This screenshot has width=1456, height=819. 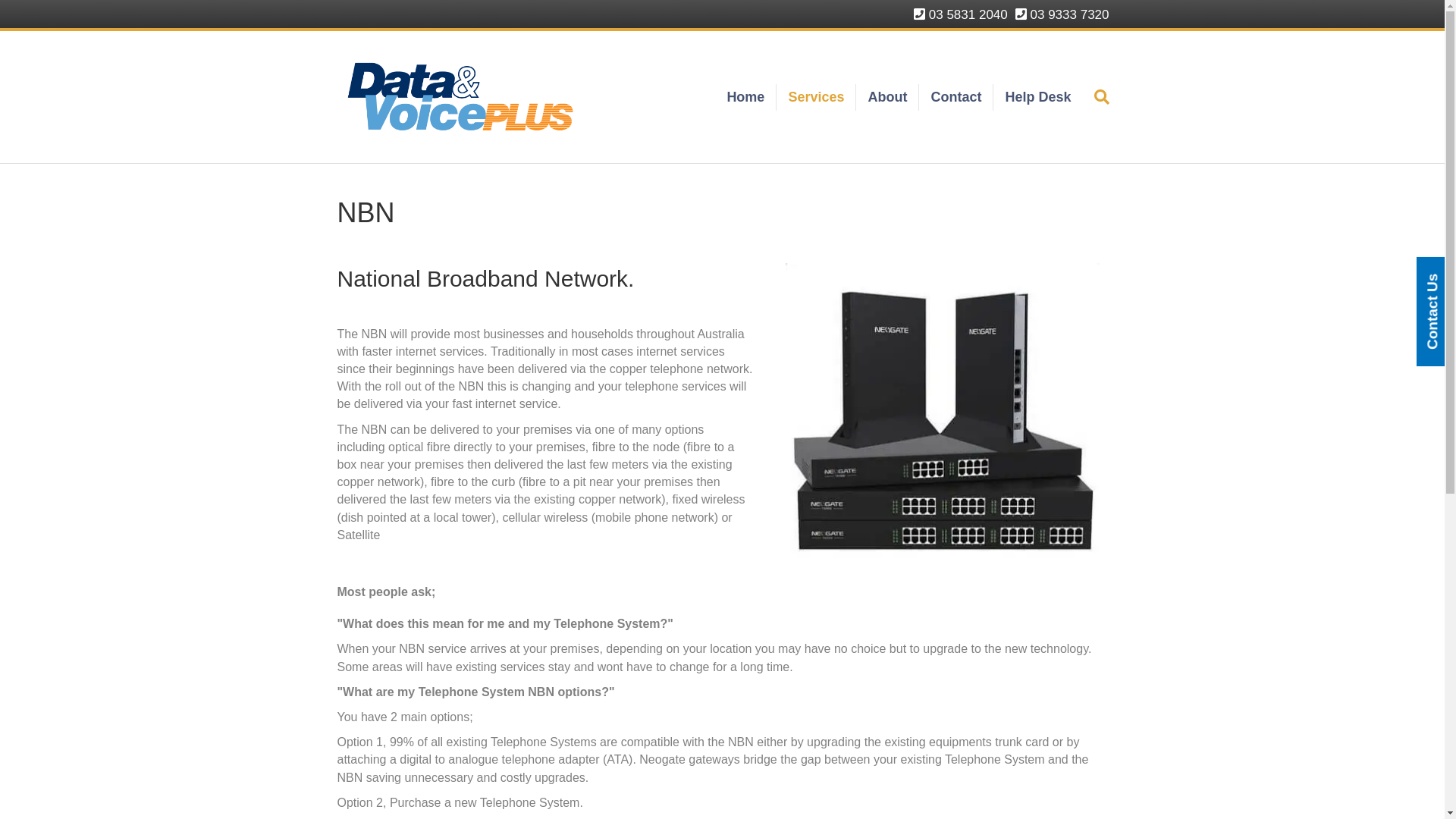 What do you see at coordinates (745, 97) in the screenshot?
I see `'Home'` at bounding box center [745, 97].